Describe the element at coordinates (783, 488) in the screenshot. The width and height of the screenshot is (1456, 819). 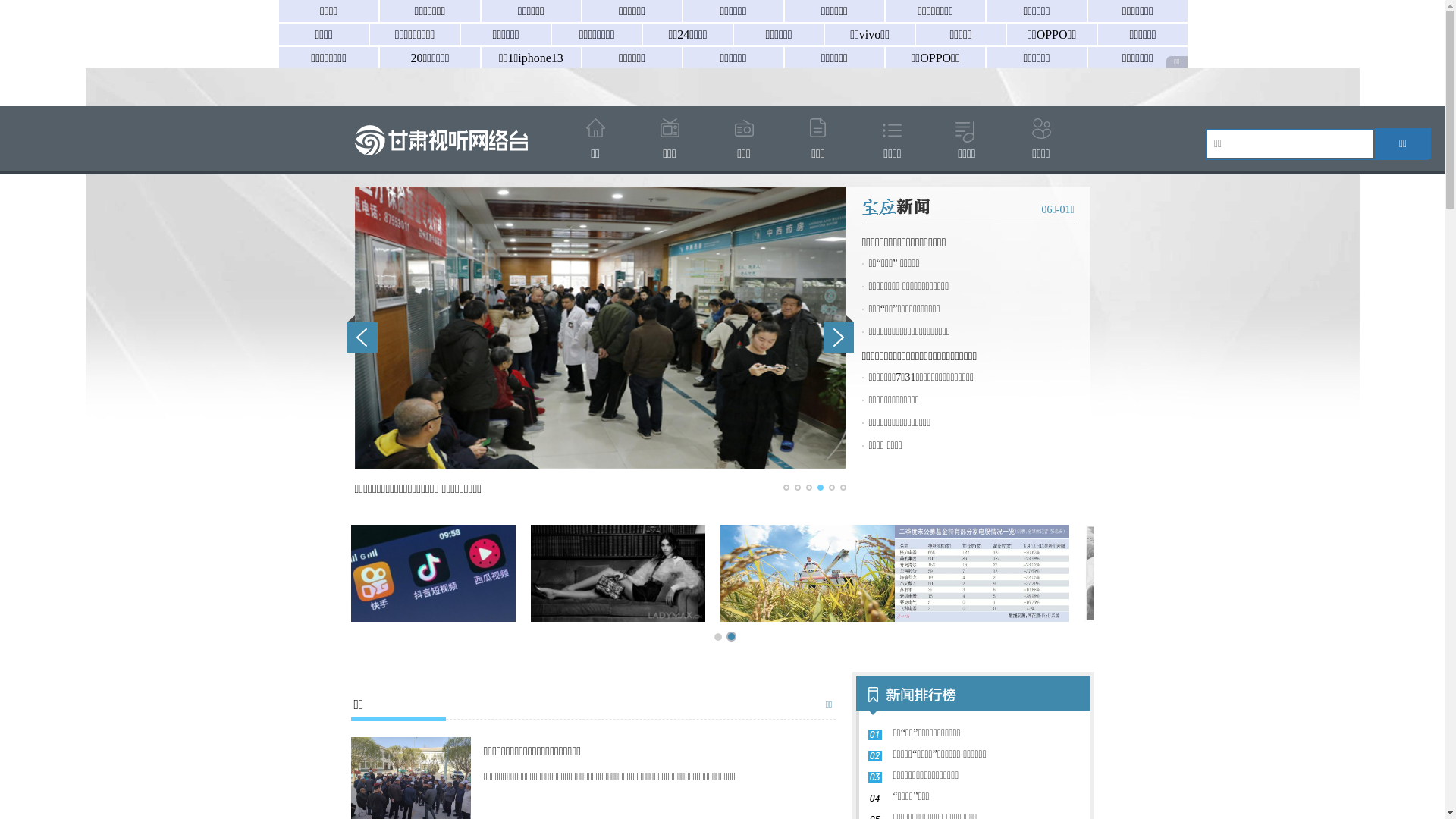
I see `'1'` at that location.